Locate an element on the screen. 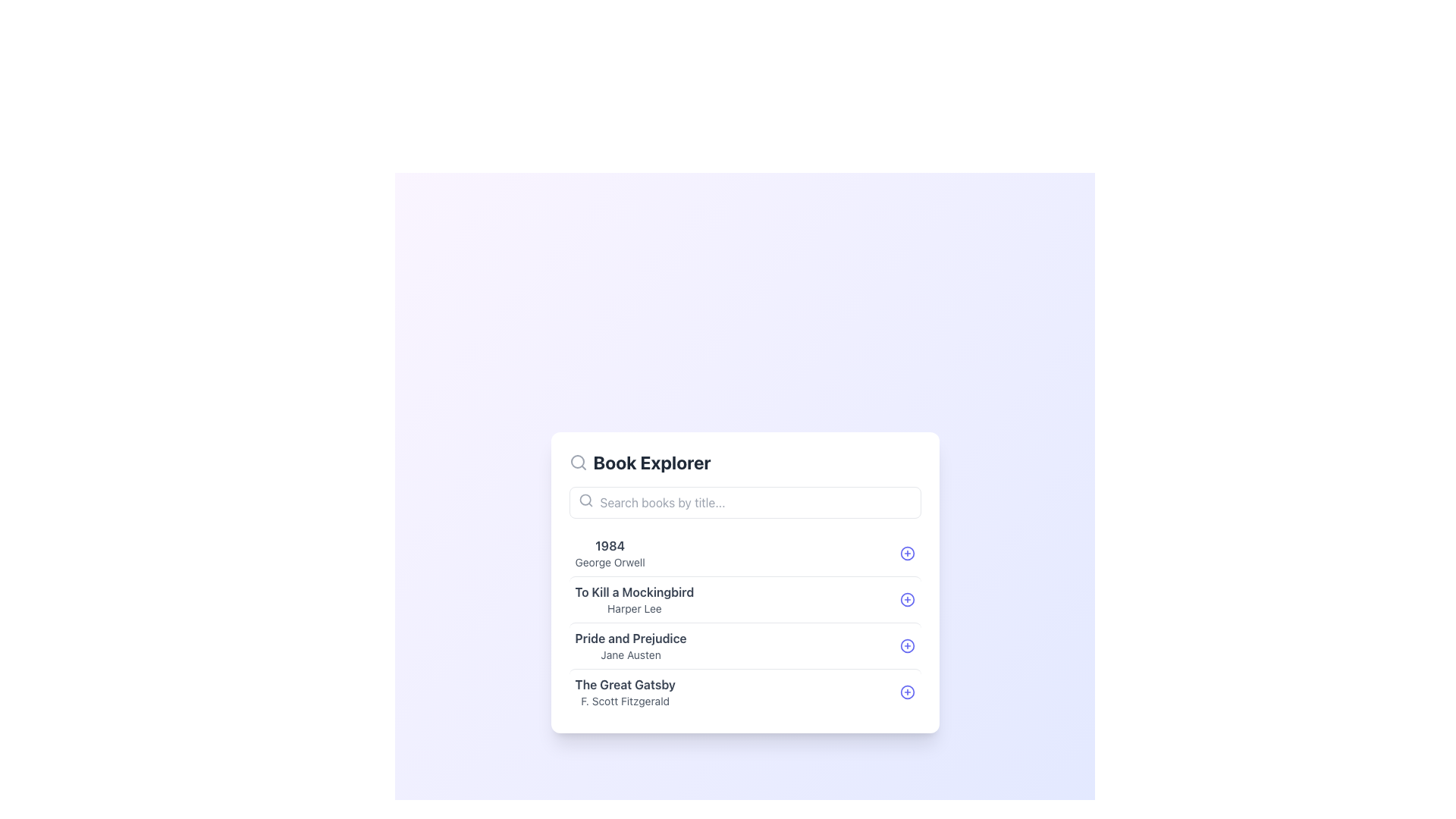 The image size is (1456, 819). the static text label displaying 'George Orwell', which is located directly below the title '1984' in the book list section is located at coordinates (610, 562).